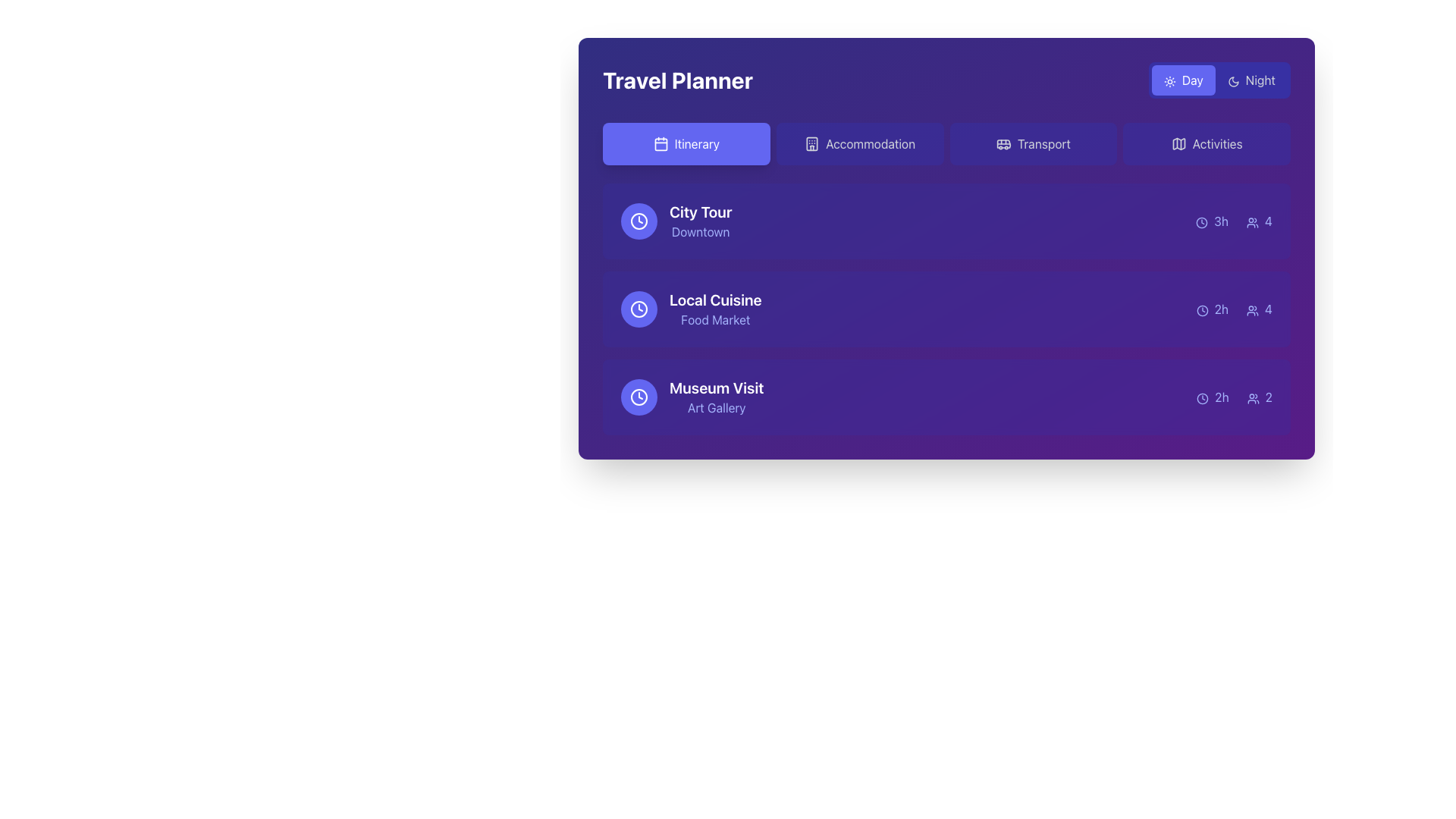  I want to click on the crescent moon icon in the top-right corner of the UI, so click(1233, 81).